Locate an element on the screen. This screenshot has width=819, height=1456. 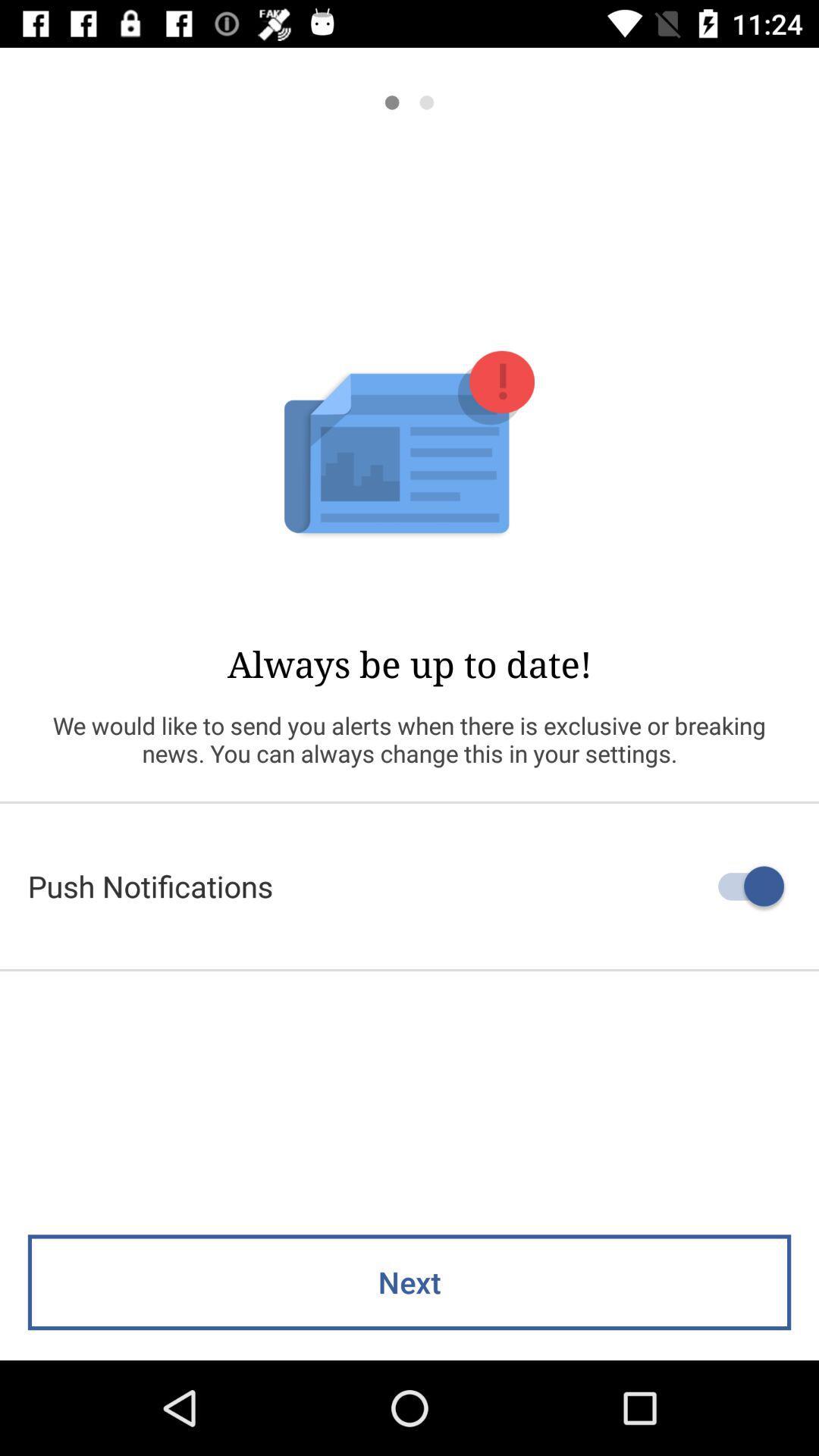
the next item is located at coordinates (409, 1282).